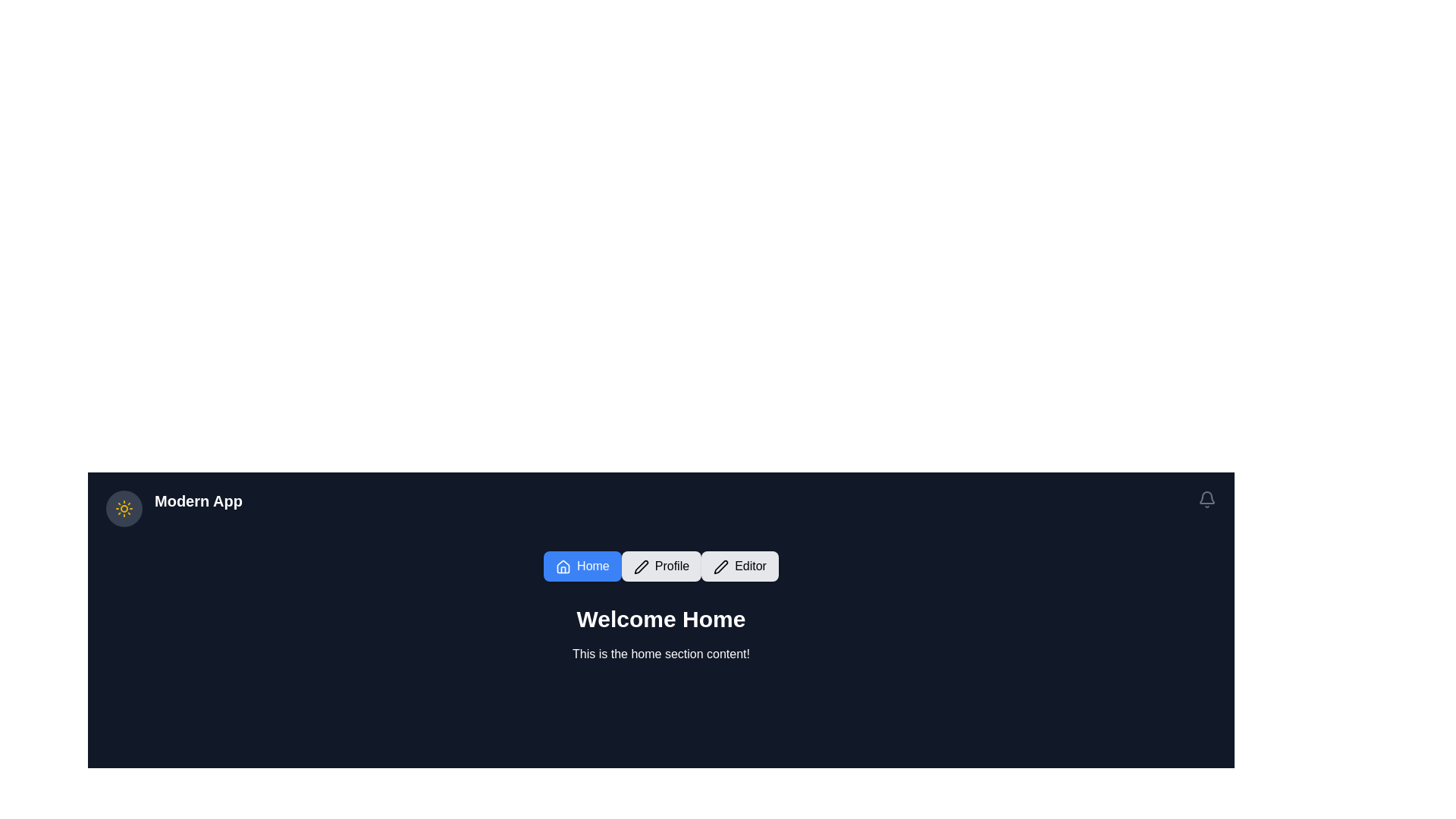  Describe the element at coordinates (720, 566) in the screenshot. I see `the 'Editor' button which contains the editing icon positioned to its left, enhancing usability and recognizability` at that location.